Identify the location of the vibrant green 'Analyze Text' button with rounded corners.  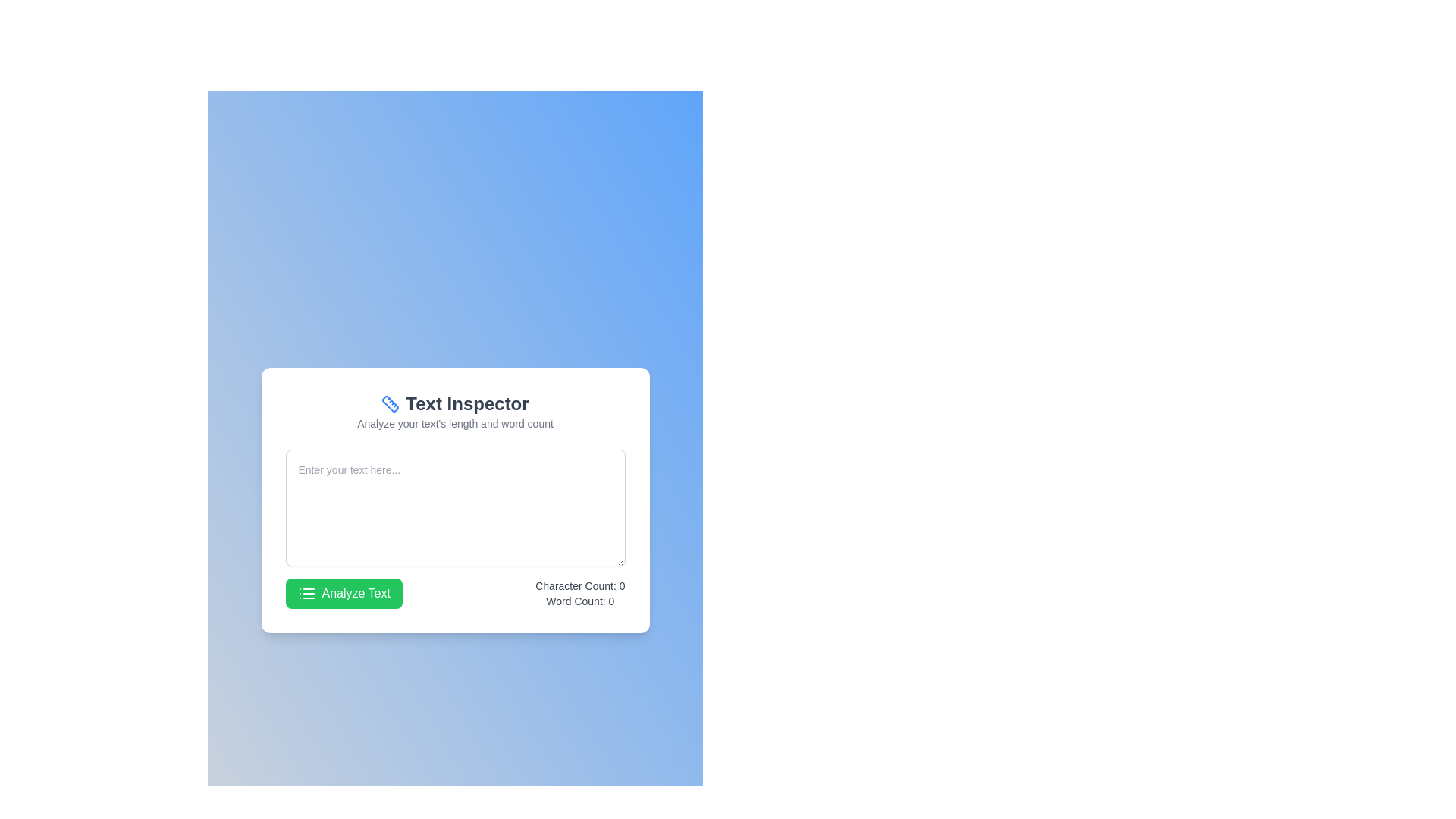
(343, 593).